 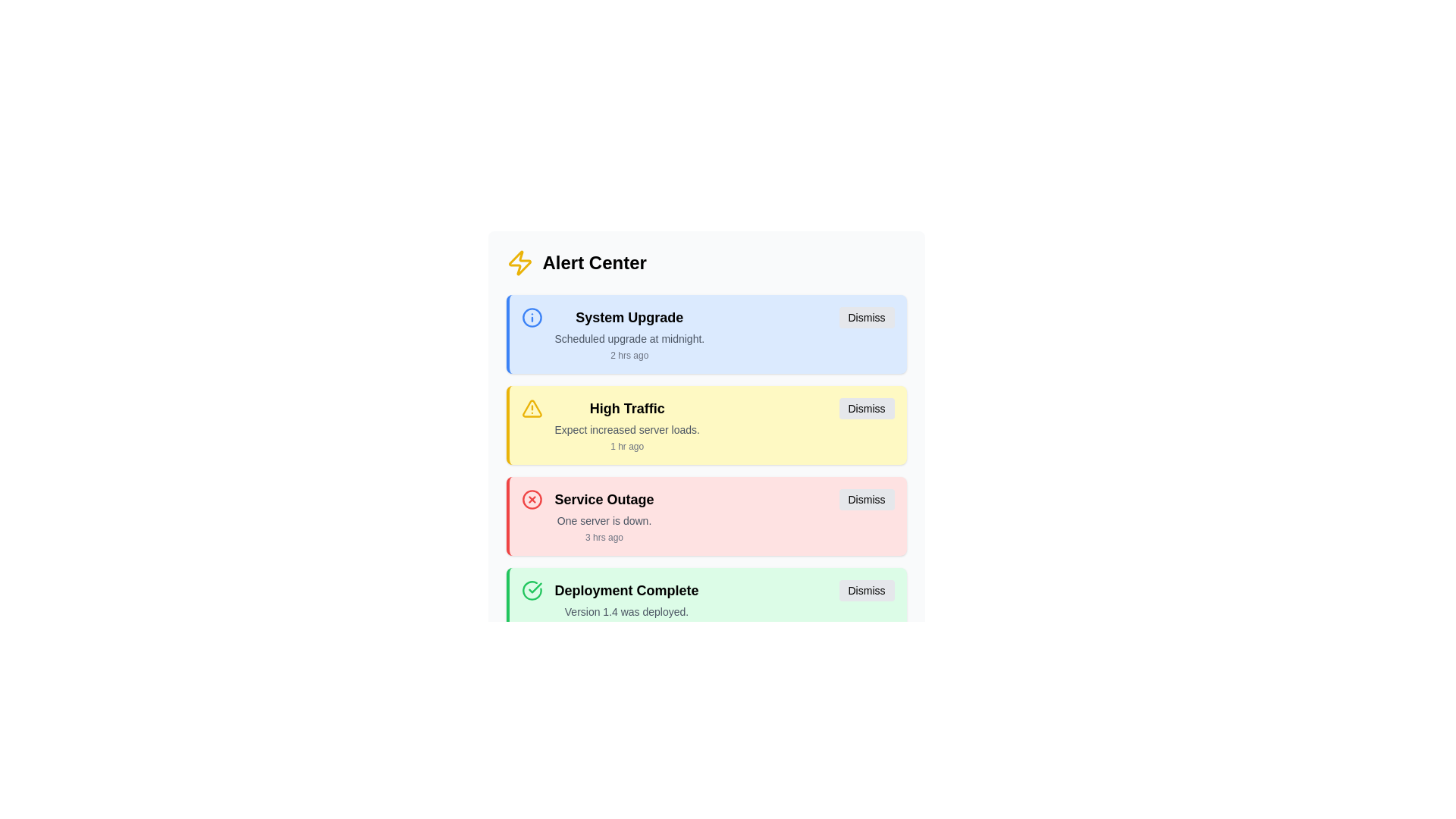 What do you see at coordinates (866, 317) in the screenshot?
I see `the button in the top-right corner of the 'System Upgrade' notification card` at bounding box center [866, 317].